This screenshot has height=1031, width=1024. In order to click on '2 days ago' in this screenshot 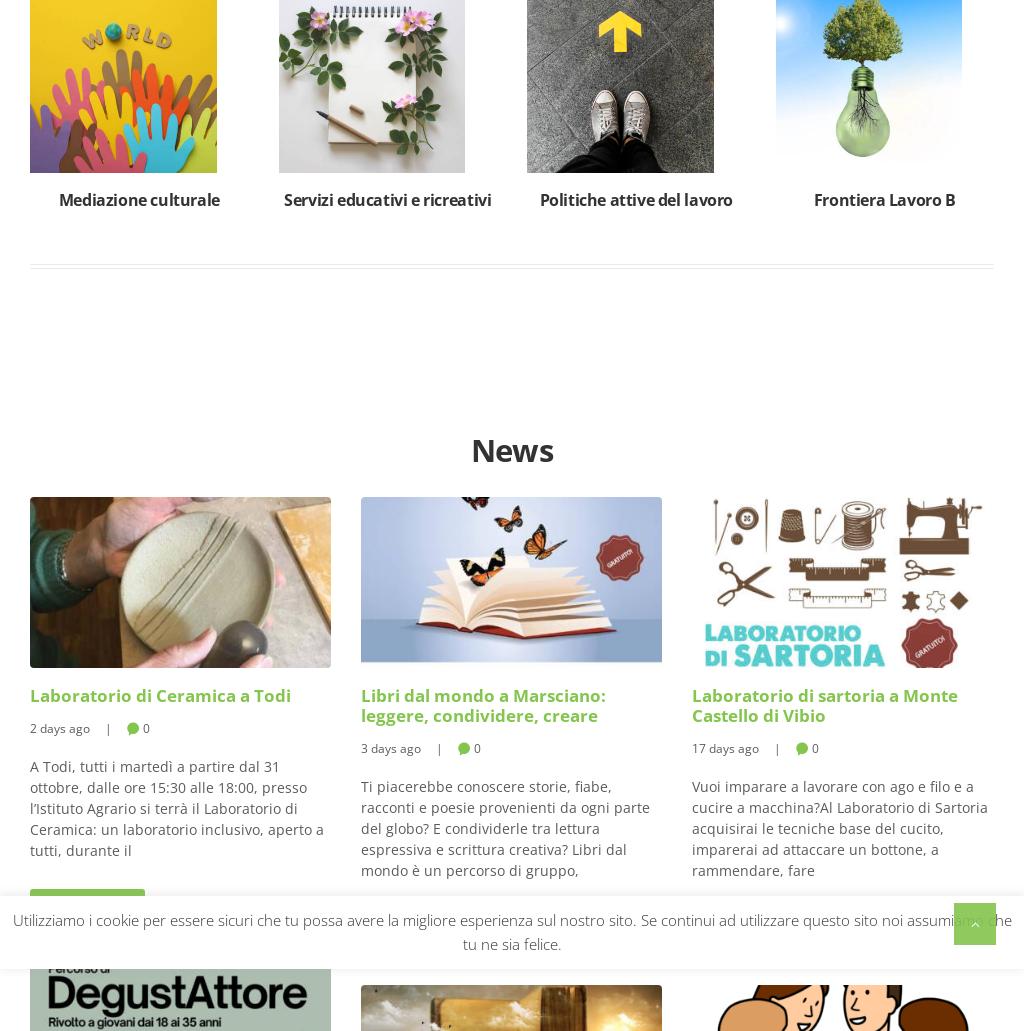, I will do `click(59, 725)`.